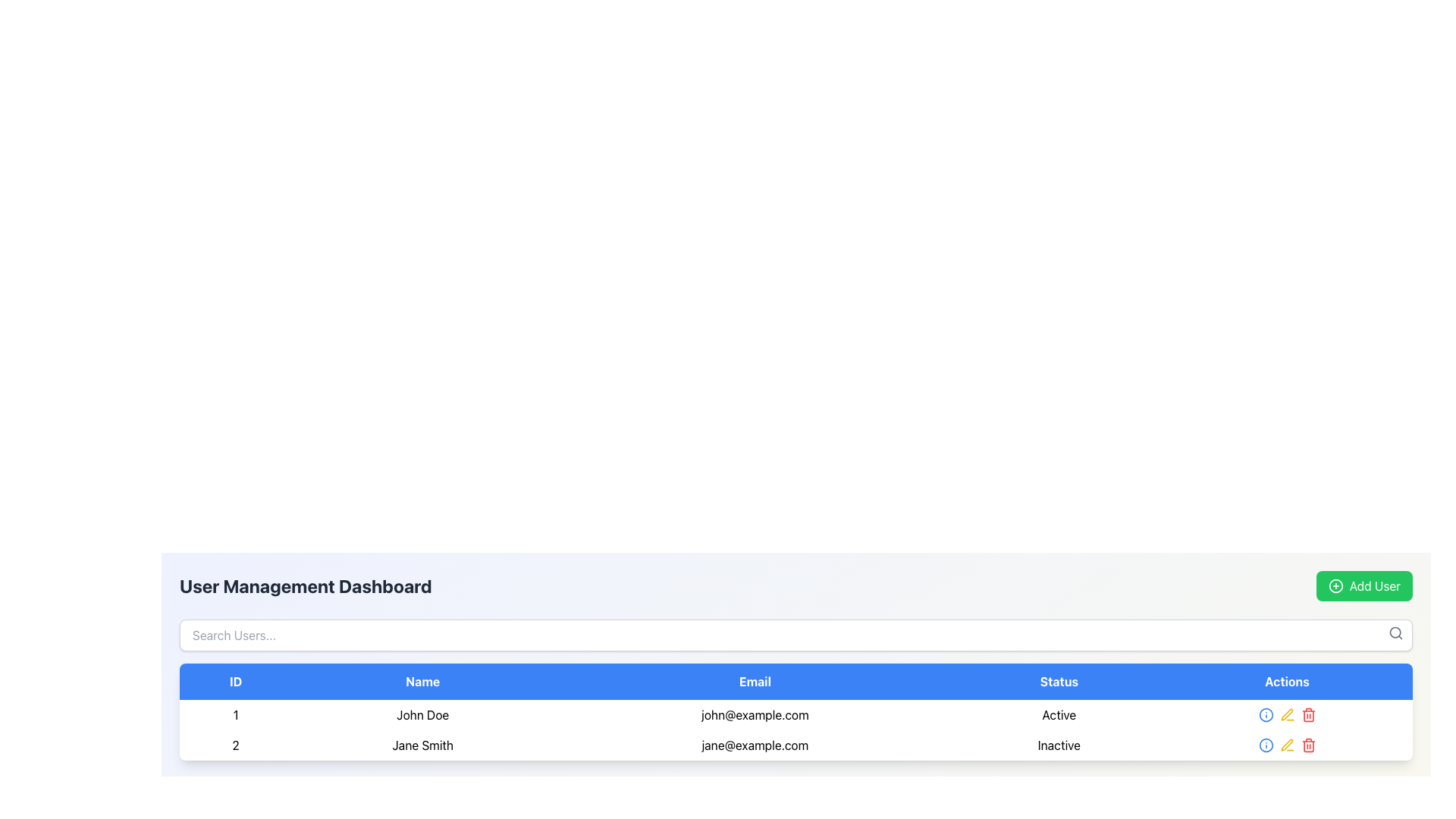  I want to click on to select the first user's information row in the user management table located beneath the 'User Management Dashboard' header, so click(795, 714).